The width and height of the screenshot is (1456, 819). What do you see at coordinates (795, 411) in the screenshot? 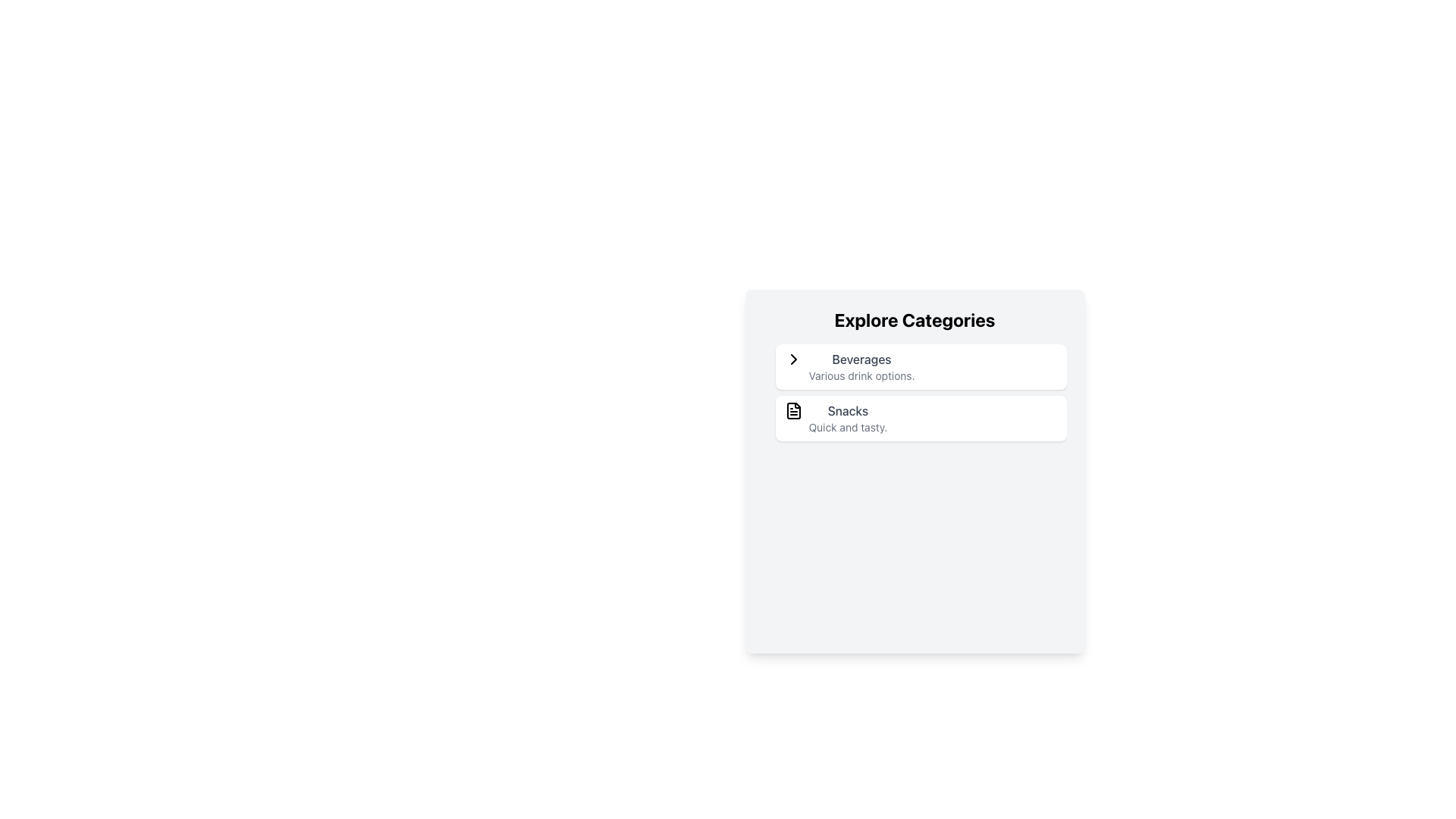
I see `the document icon at the beginning of the 'Snacks' row, which is styled in a minimalist outline format and positioned to the left of the textual content` at bounding box center [795, 411].